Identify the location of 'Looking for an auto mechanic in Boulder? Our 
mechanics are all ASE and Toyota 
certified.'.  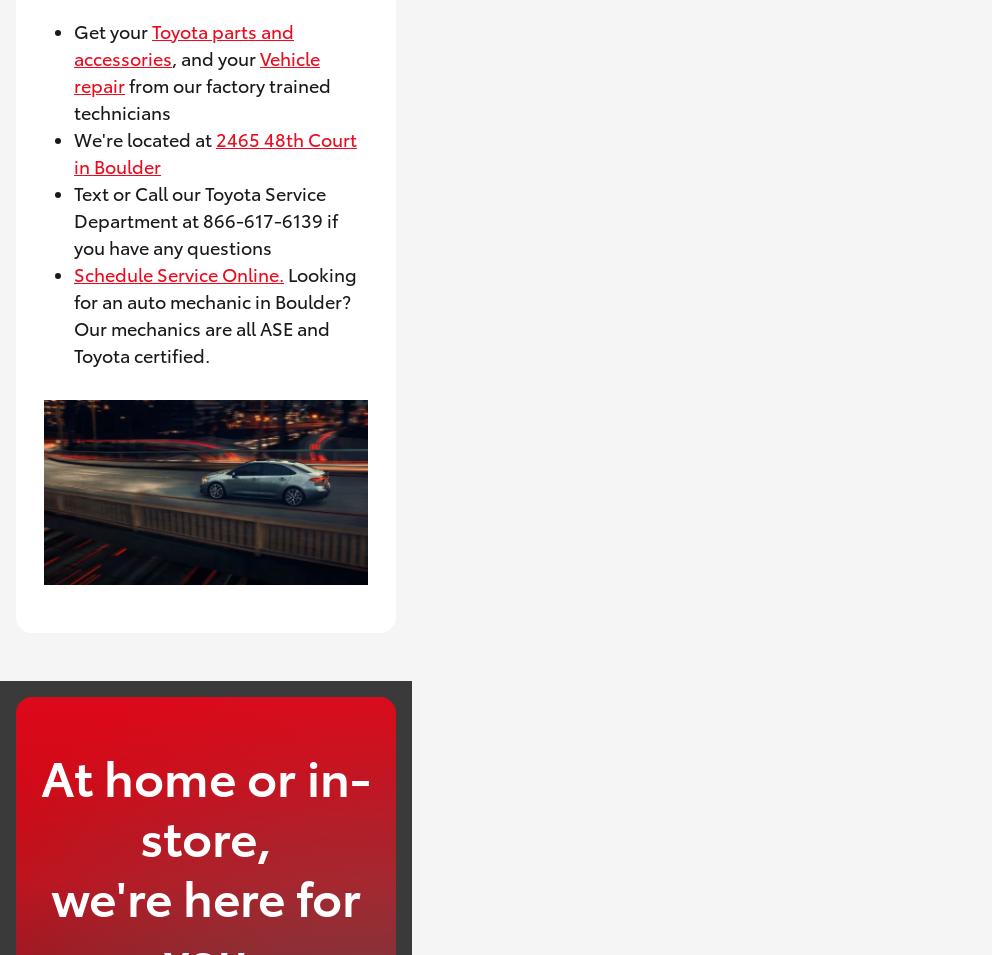
(74, 312).